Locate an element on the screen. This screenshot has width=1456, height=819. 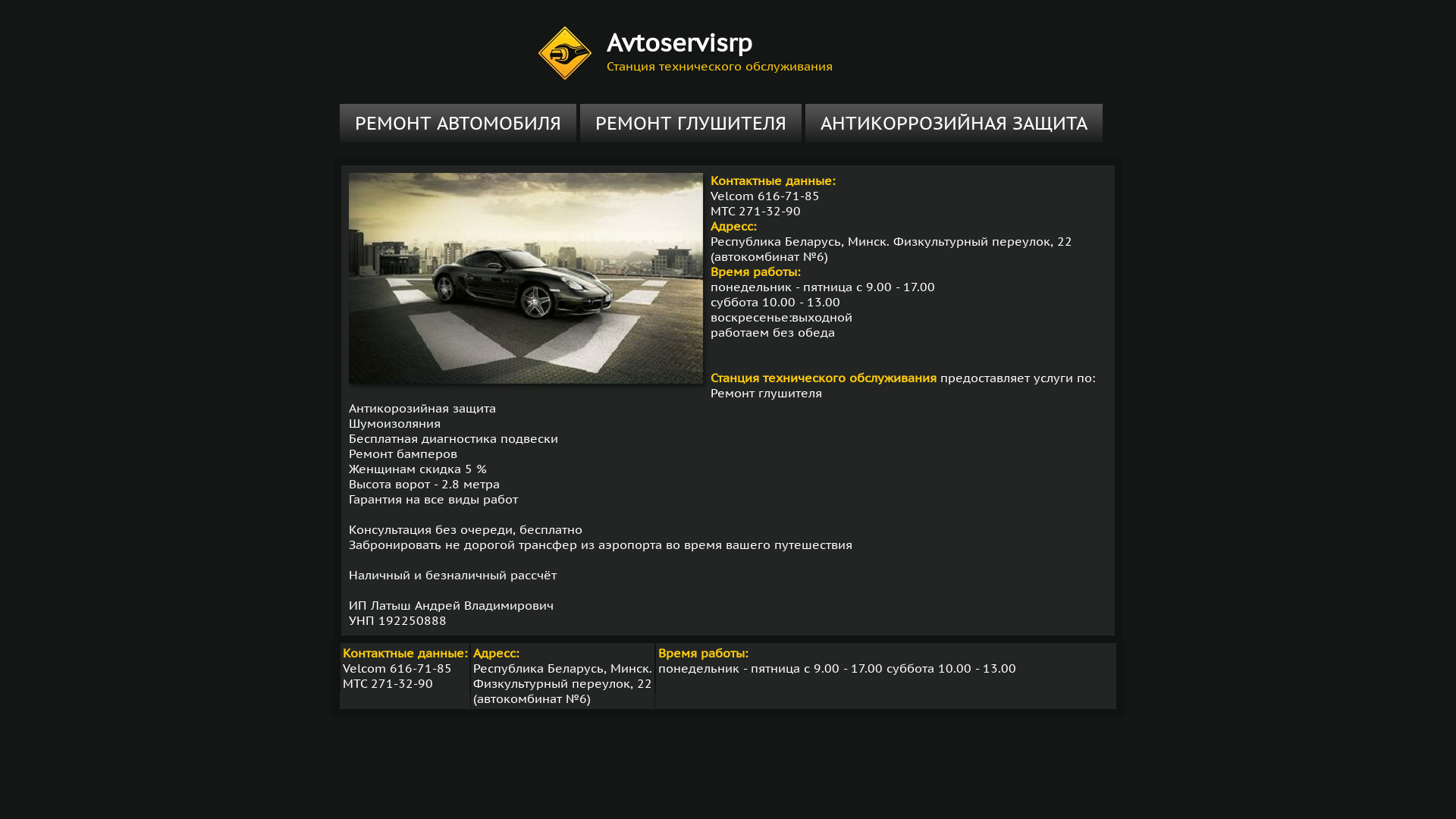
'Avtoservisrp' is located at coordinates (679, 42).